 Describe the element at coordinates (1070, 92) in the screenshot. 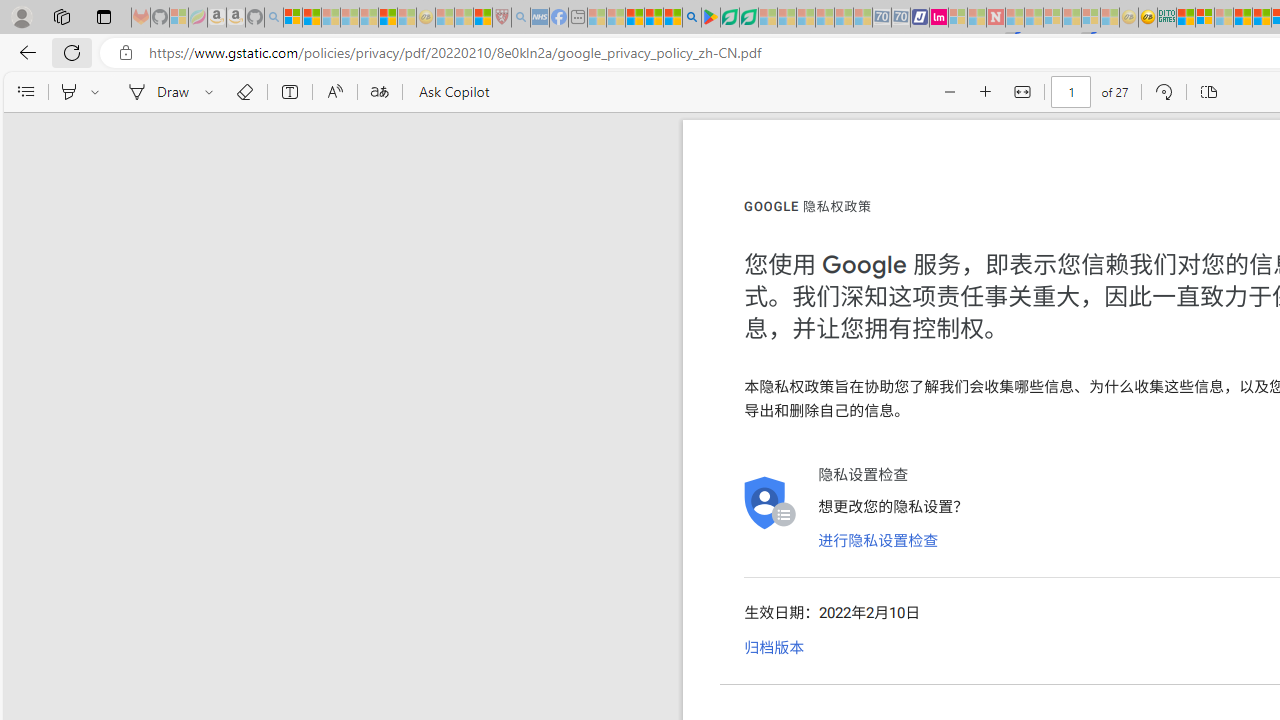

I see `'Page number'` at that location.